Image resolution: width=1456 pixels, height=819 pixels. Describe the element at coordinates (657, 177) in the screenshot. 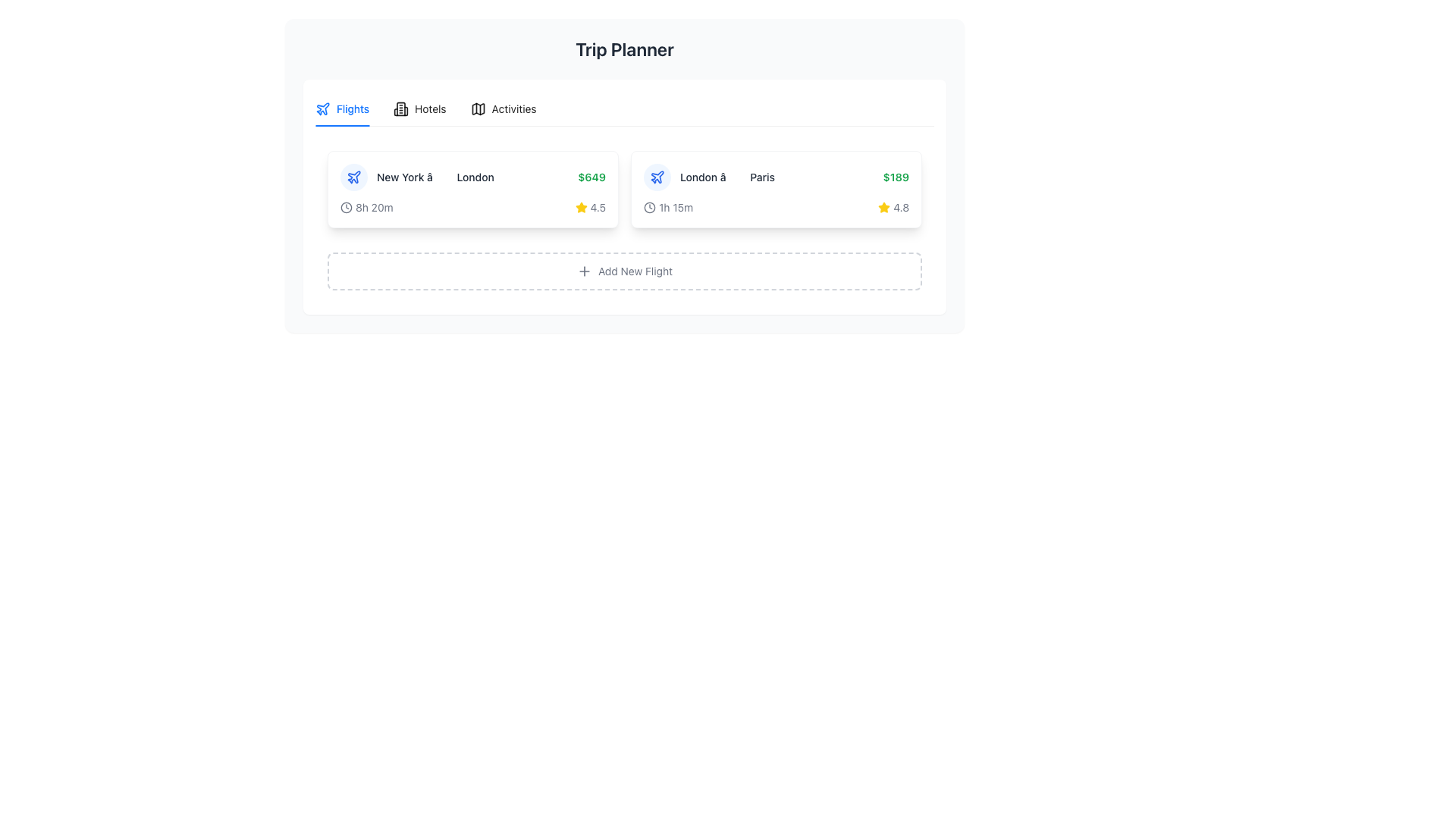

I see `the blue airplane SVG icon located at the far right within a row, centered in a card-like structure` at that location.